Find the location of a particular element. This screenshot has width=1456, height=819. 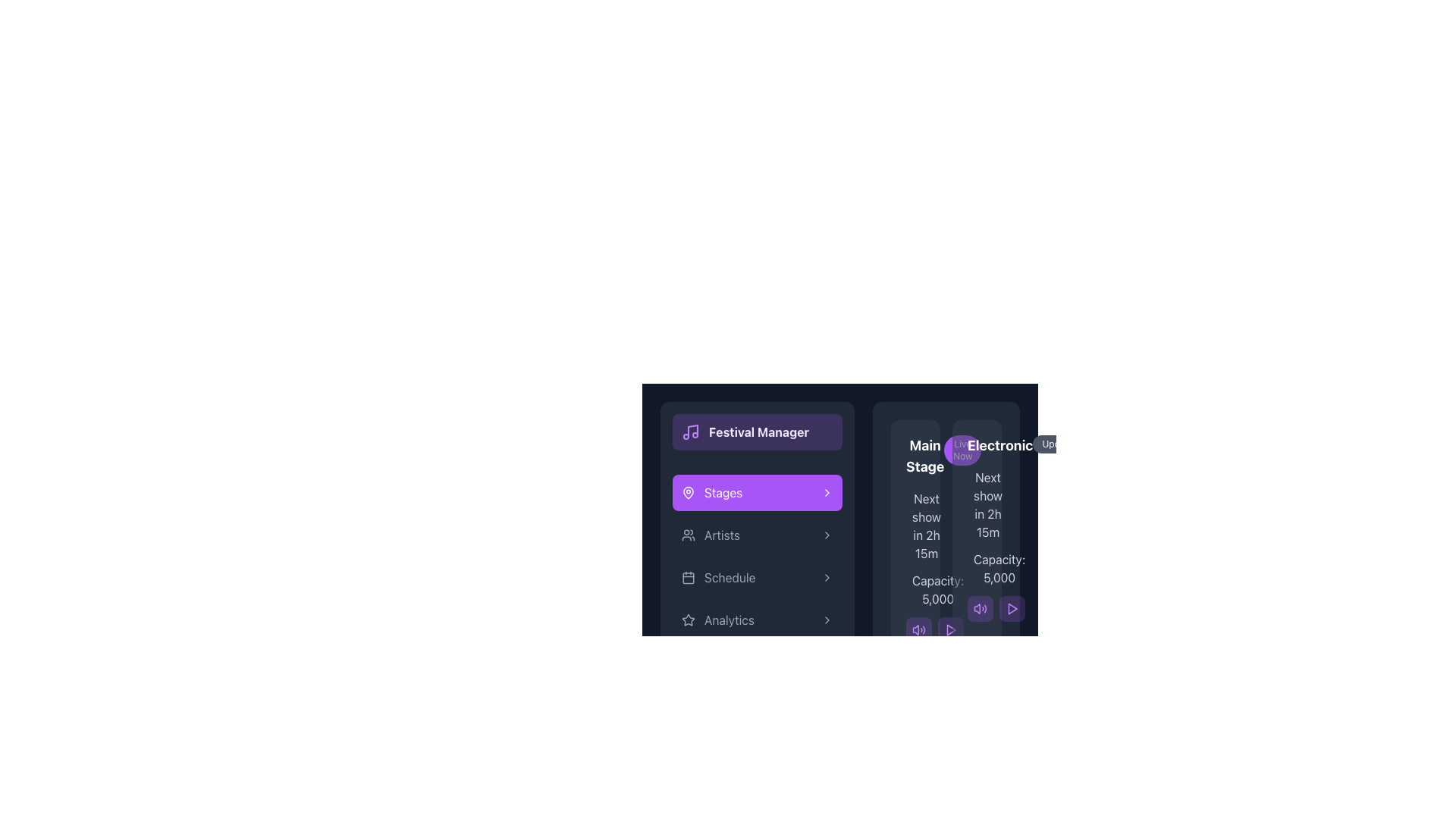

the active status badge located in the top-right area of the 'Main Stage' card, which indicates live status for the corresponding activity is located at coordinates (962, 450).